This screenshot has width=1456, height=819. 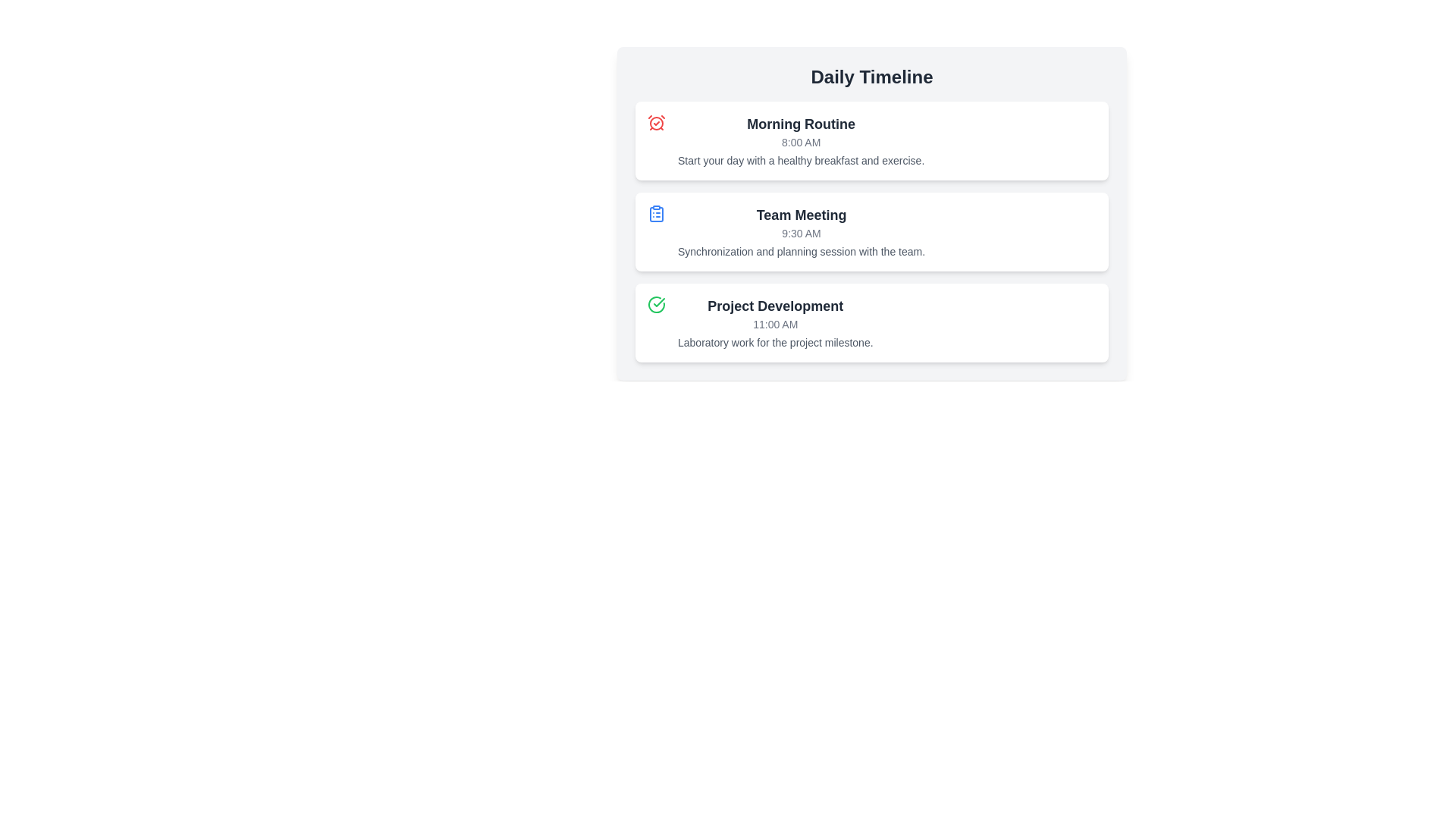 What do you see at coordinates (775, 324) in the screenshot?
I see `the text label displaying '11:00 AM' in gray, located below the title 'Project Development' on the third card in the vertical stack` at bounding box center [775, 324].